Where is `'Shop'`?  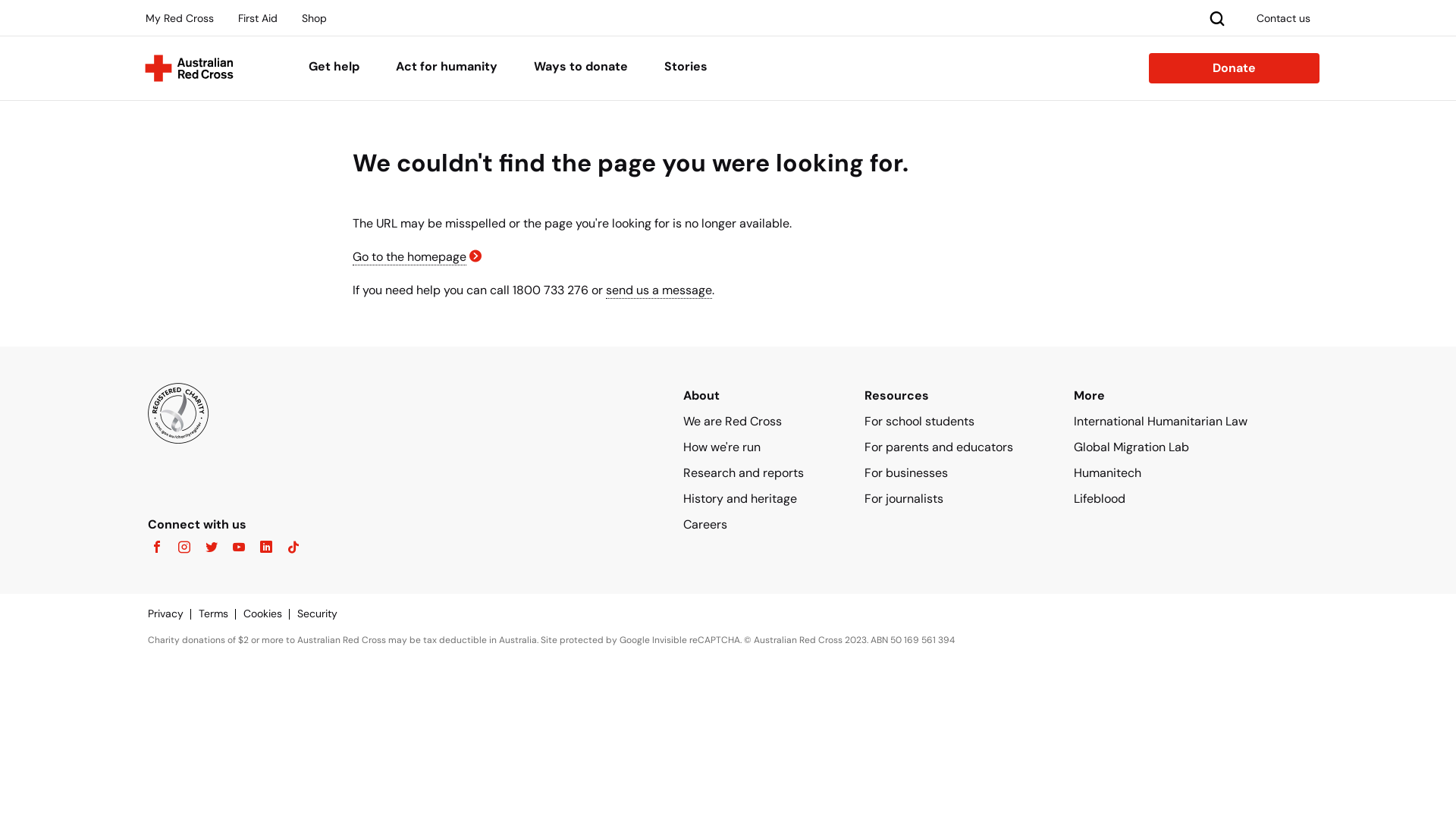
'Shop' is located at coordinates (292, 17).